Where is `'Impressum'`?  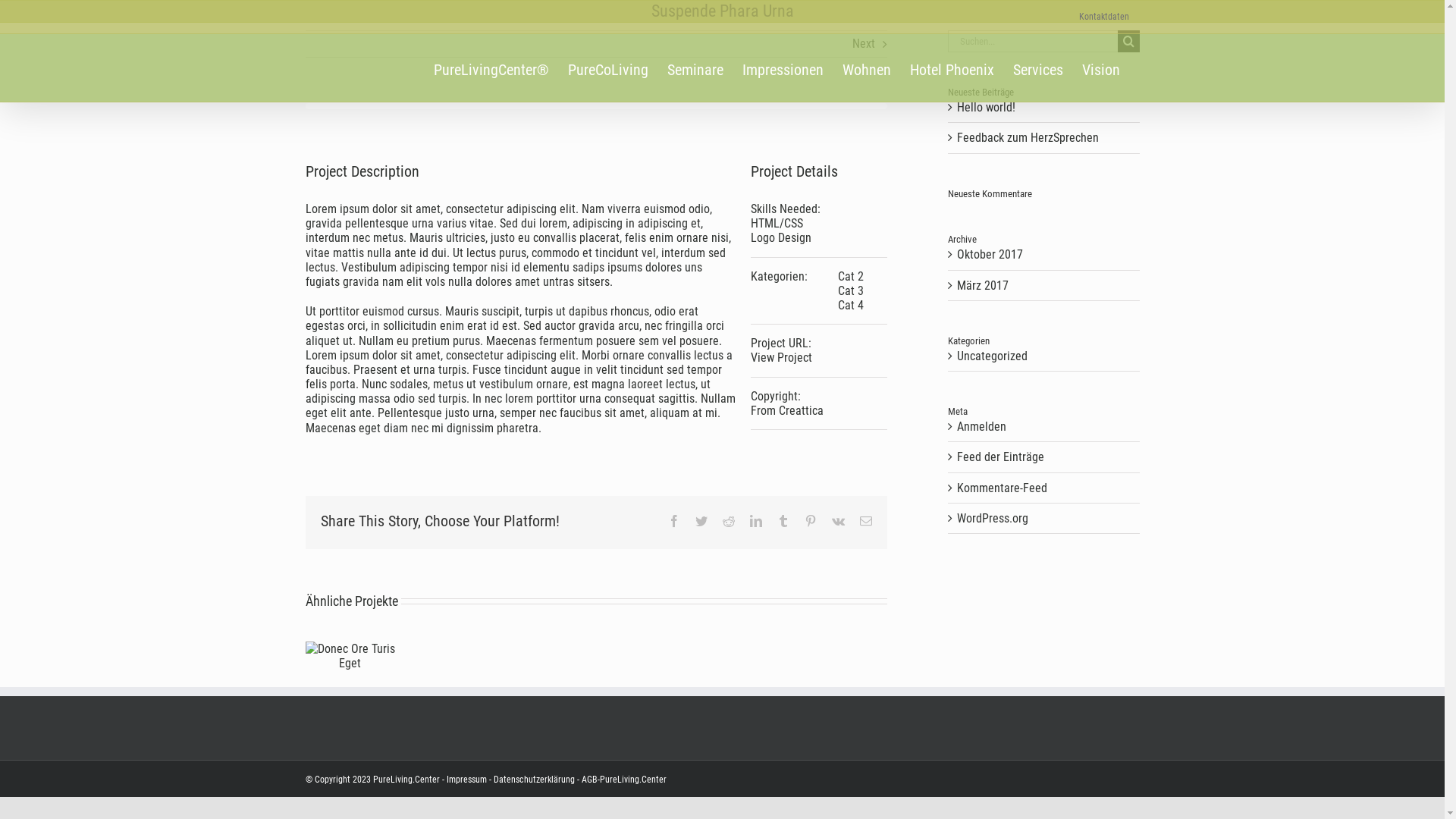 'Impressum' is located at coordinates (465, 780).